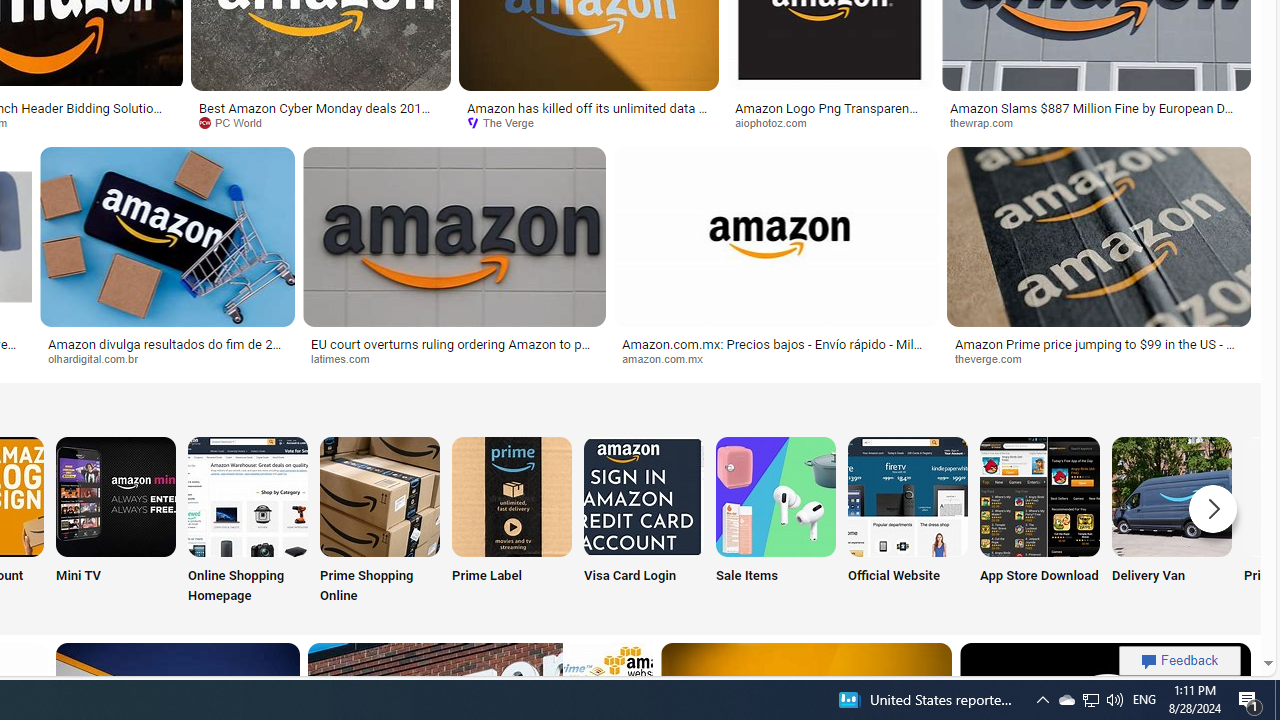 This screenshot has height=720, width=1280. I want to click on 'Amazon Mini TV Mini TV', so click(115, 521).